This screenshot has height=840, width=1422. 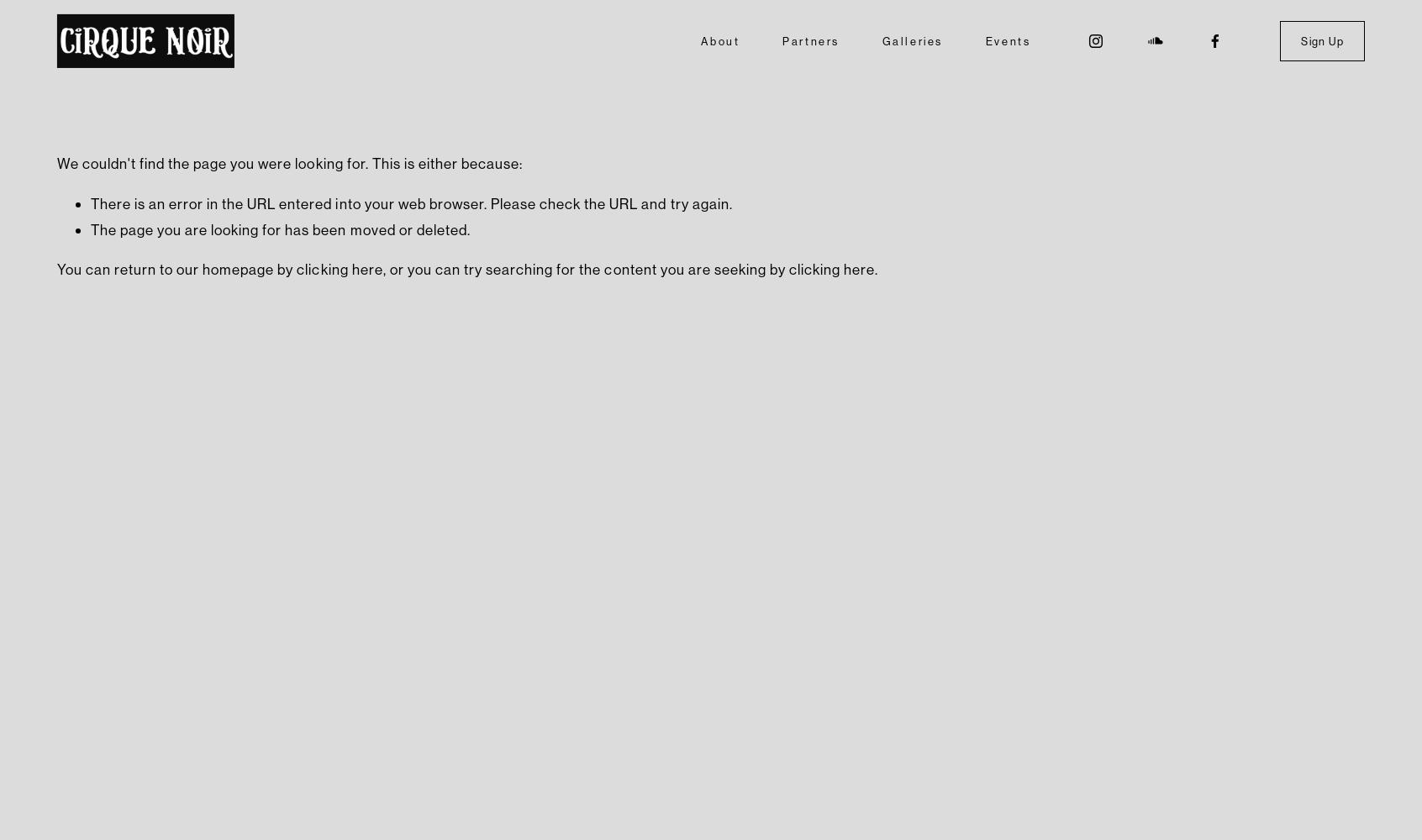 What do you see at coordinates (1321, 40) in the screenshot?
I see `'Sign Up'` at bounding box center [1321, 40].